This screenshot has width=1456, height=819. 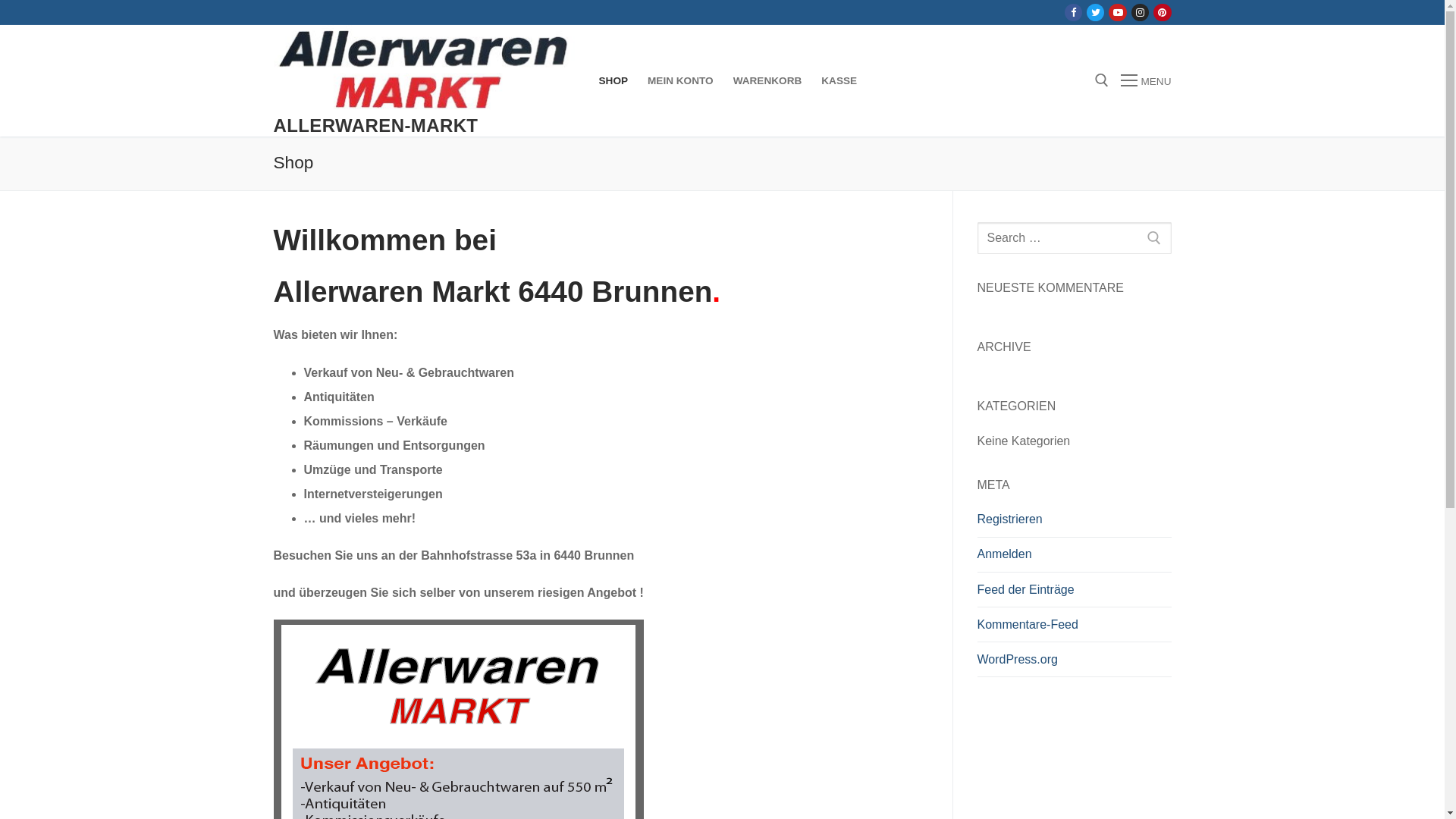 What do you see at coordinates (976, 237) in the screenshot?
I see `'Suchen nach:'` at bounding box center [976, 237].